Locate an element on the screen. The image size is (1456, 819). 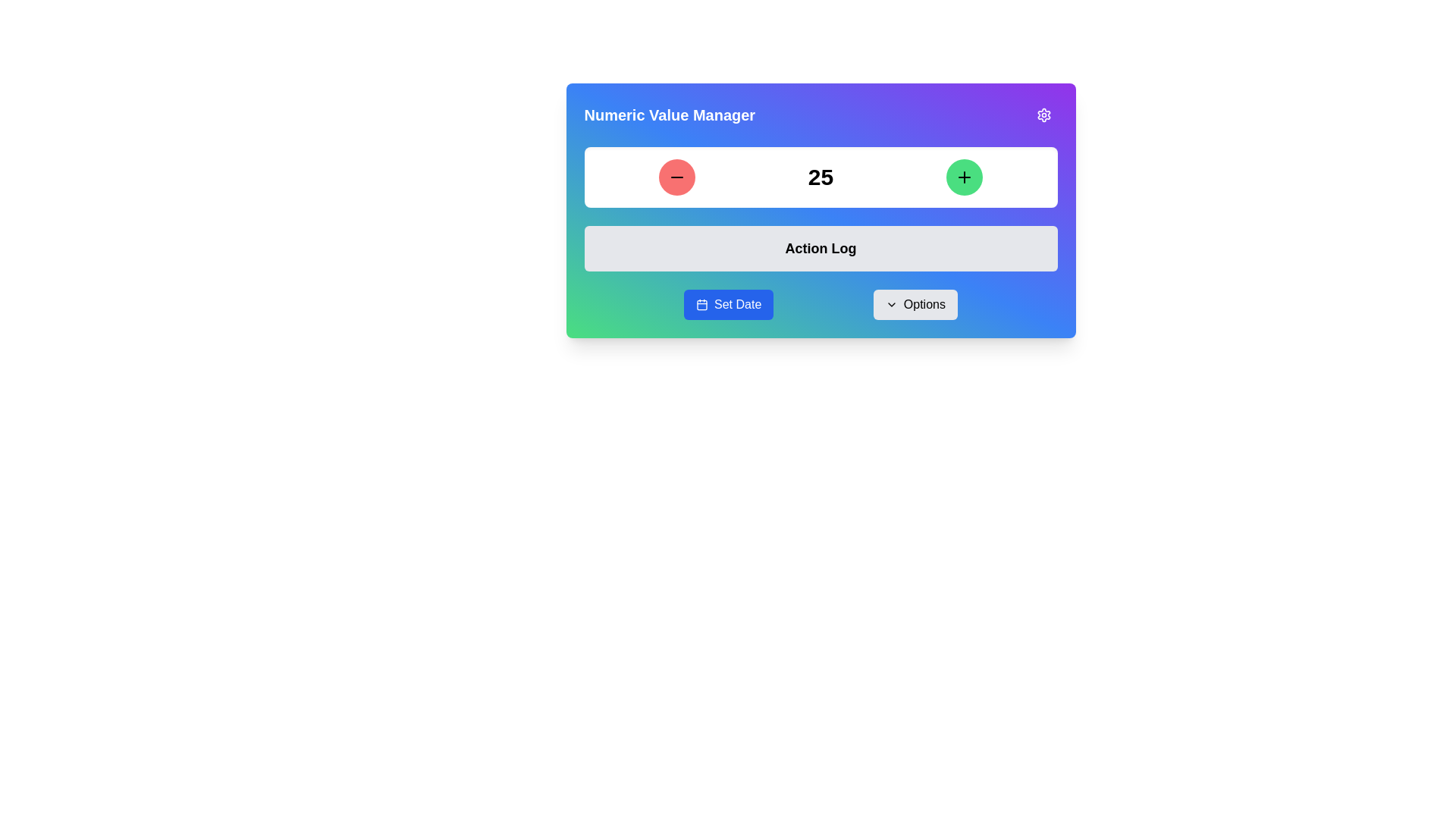
the circular red button with a minus(-) symbol, located to the left of the number display ('25') is located at coordinates (676, 177).